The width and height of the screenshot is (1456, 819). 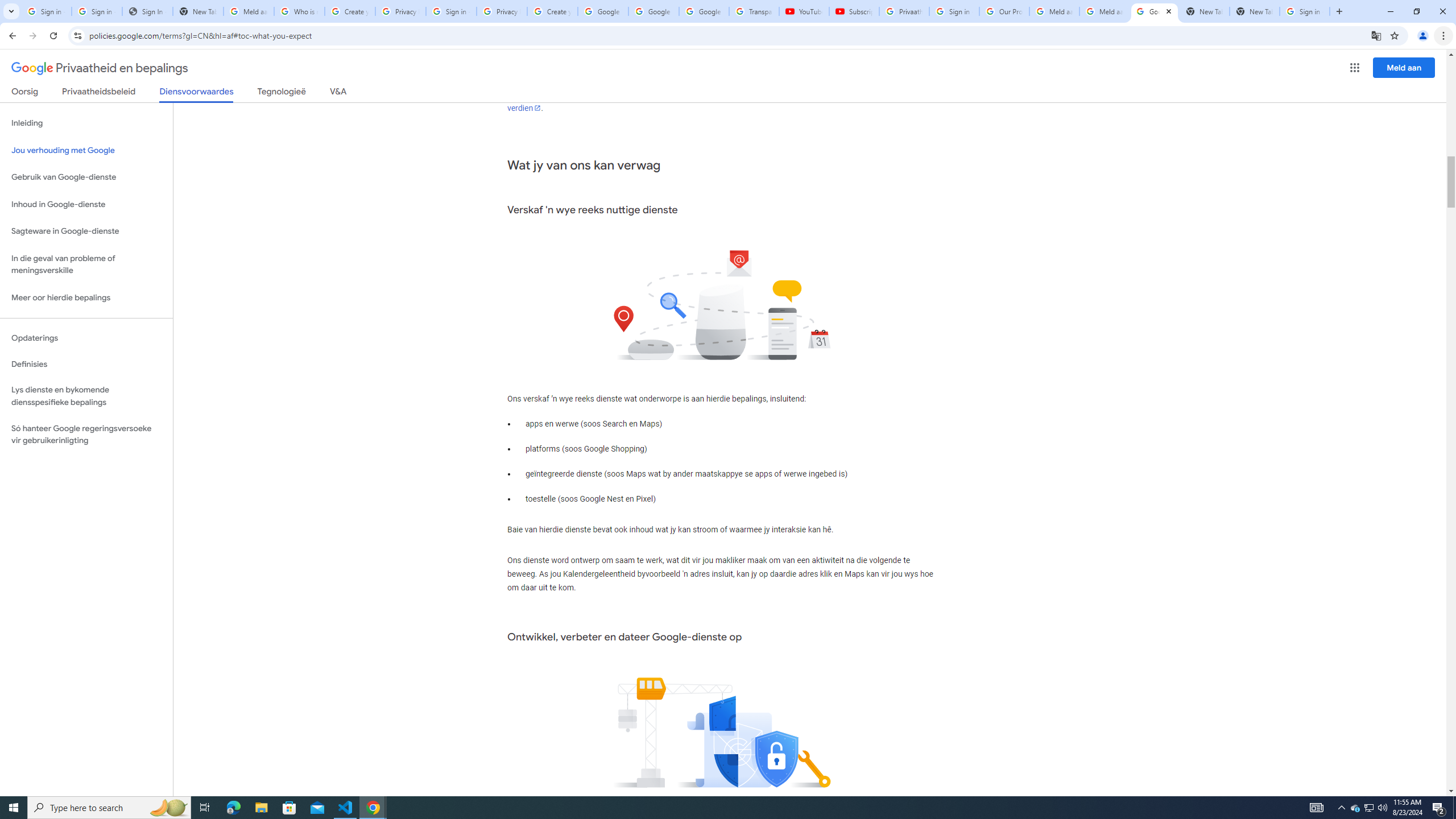 What do you see at coordinates (337, 93) in the screenshot?
I see `'V&A'` at bounding box center [337, 93].